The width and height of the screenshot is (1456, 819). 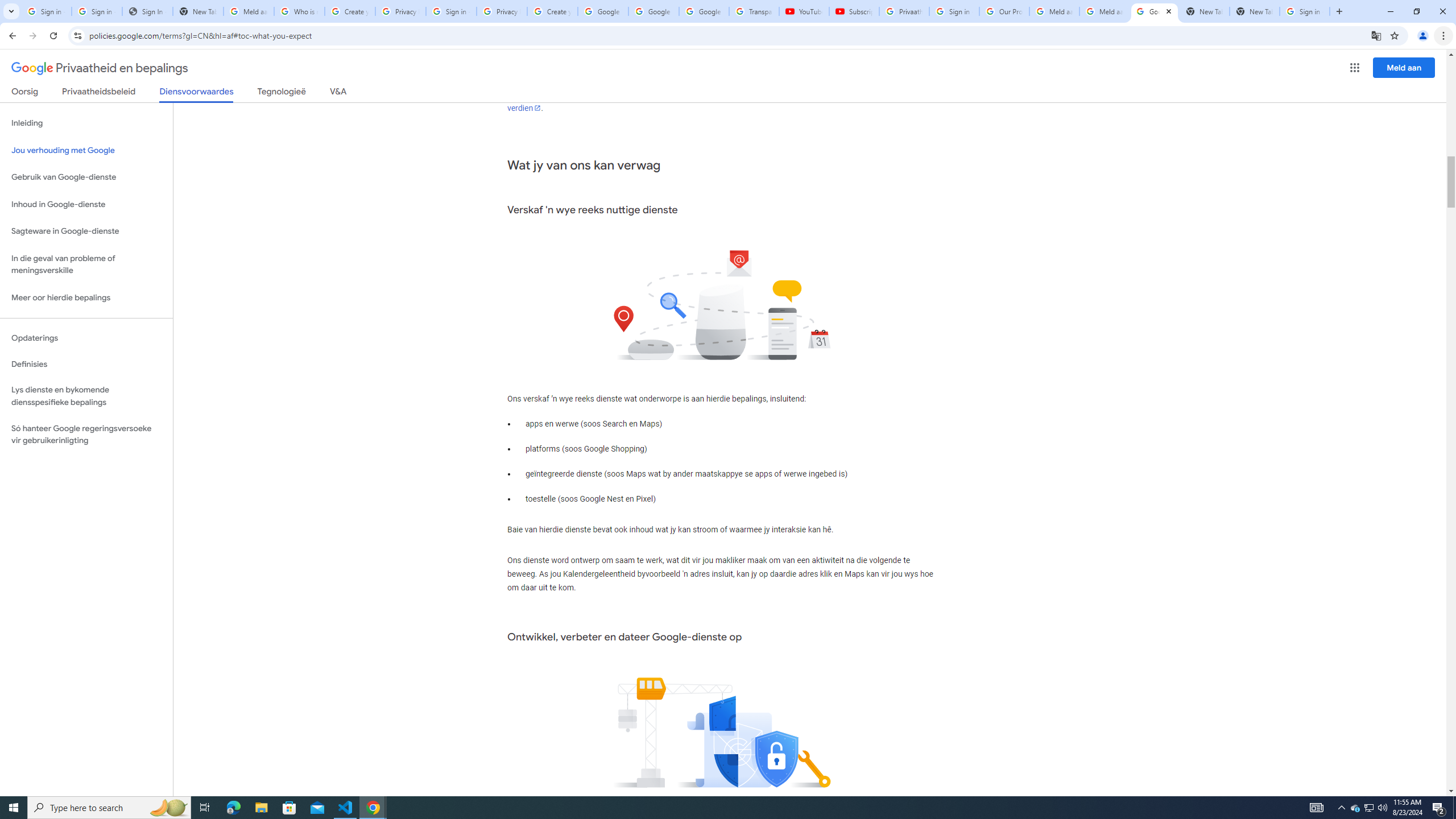 What do you see at coordinates (337, 93) in the screenshot?
I see `'V&A'` at bounding box center [337, 93].